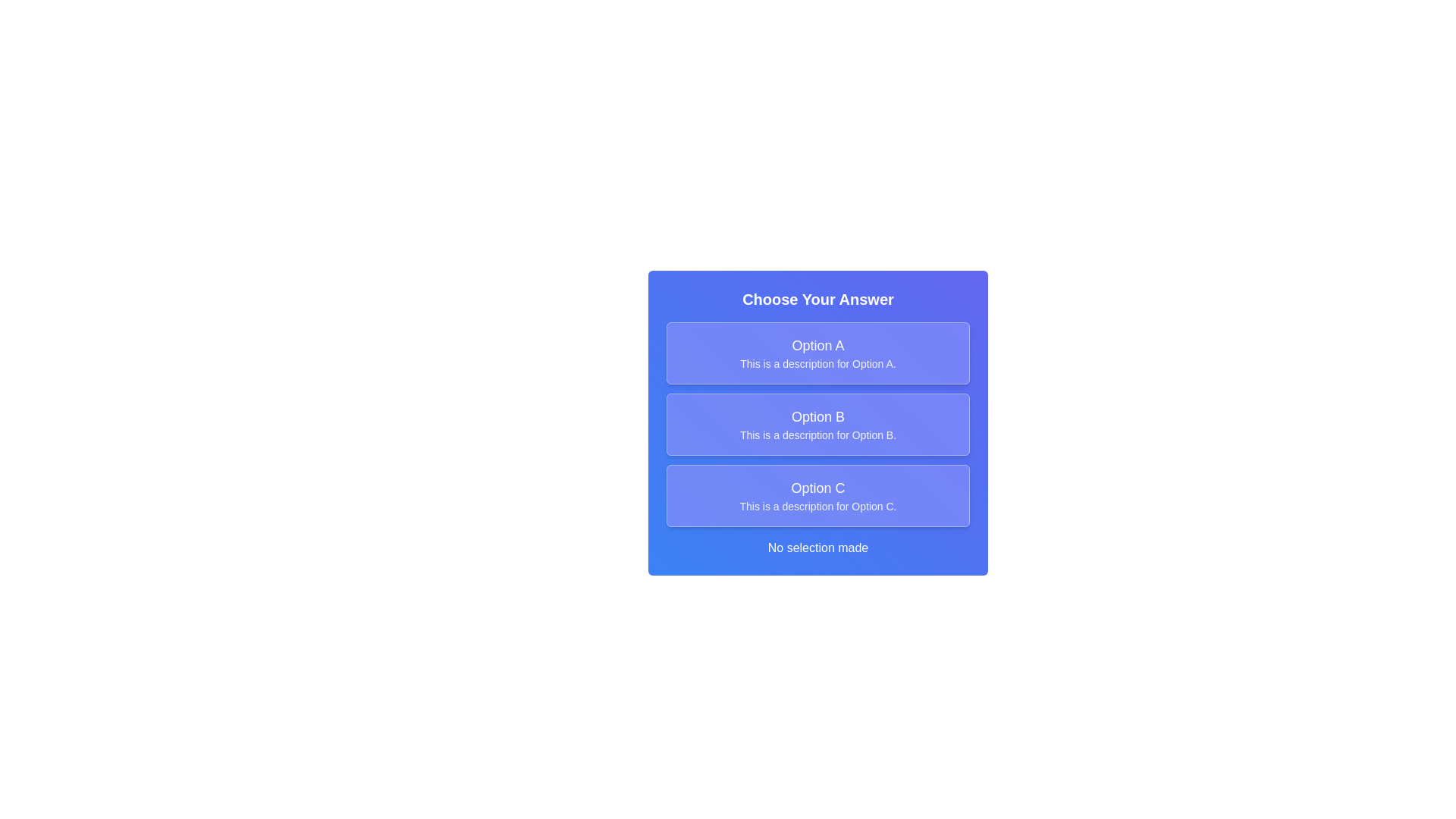 The image size is (1456, 819). What do you see at coordinates (817, 488) in the screenshot?
I see `the text label displaying 'Option C', which is prominently styled in white on a blue background and is the third option in a vertical list` at bounding box center [817, 488].